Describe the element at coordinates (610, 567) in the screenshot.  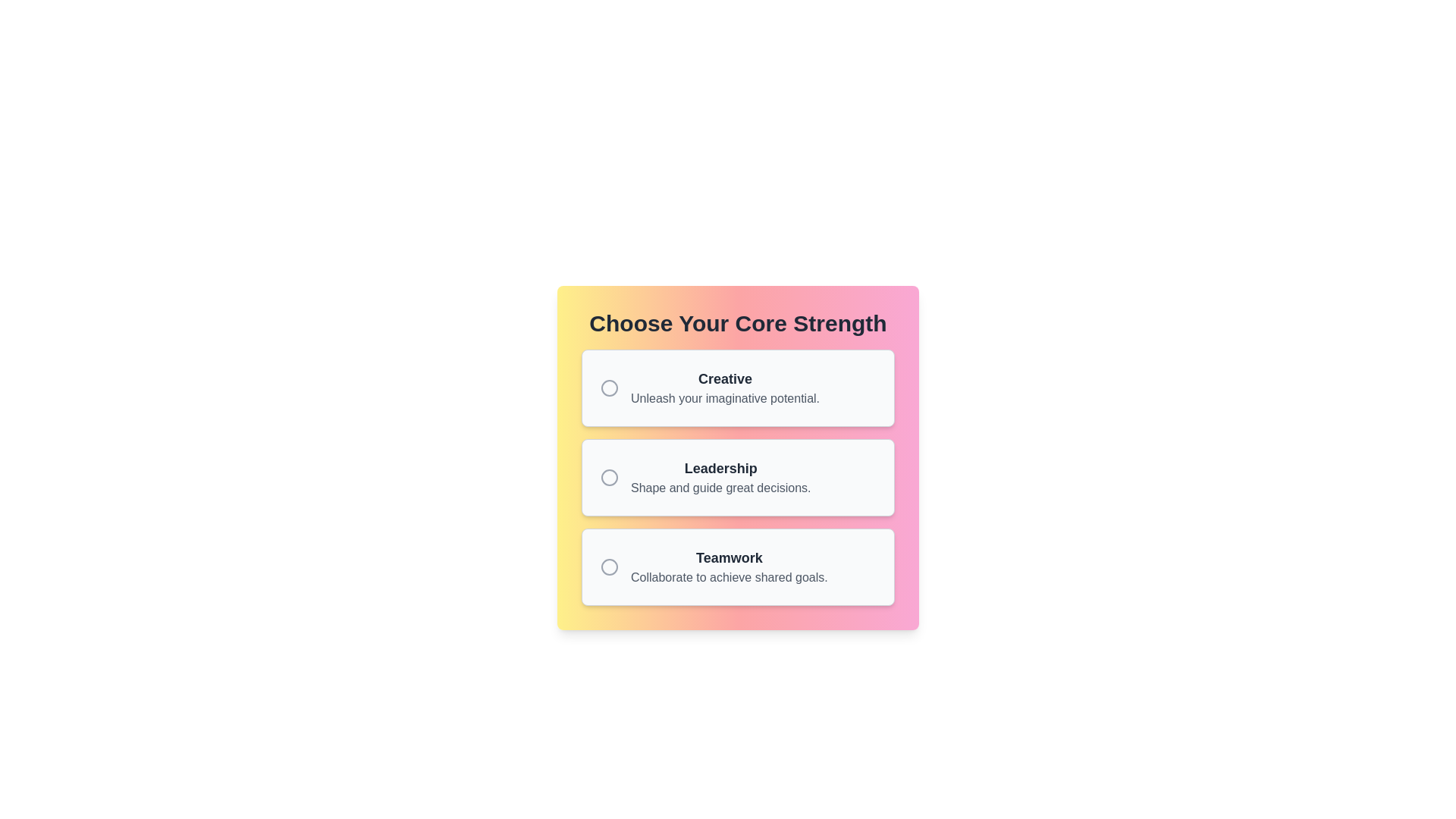
I see `the hollow circular radio button inside the 'Teamwork' option box` at that location.